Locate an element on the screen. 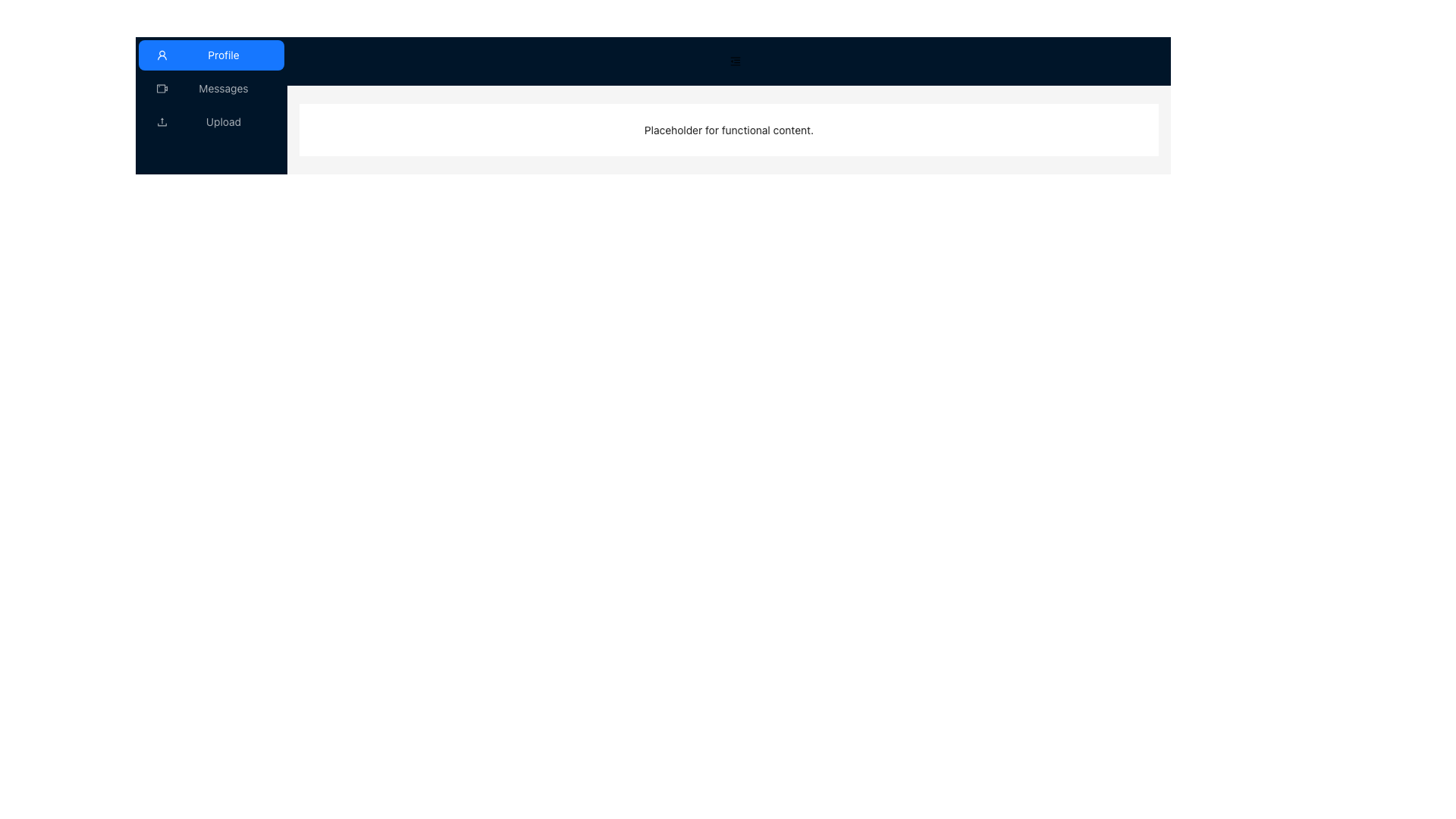 Image resolution: width=1456 pixels, height=819 pixels. the upward-pointing arrow SVG icon in the sidebar menu, which is associated with the upload functionality is located at coordinates (162, 120).